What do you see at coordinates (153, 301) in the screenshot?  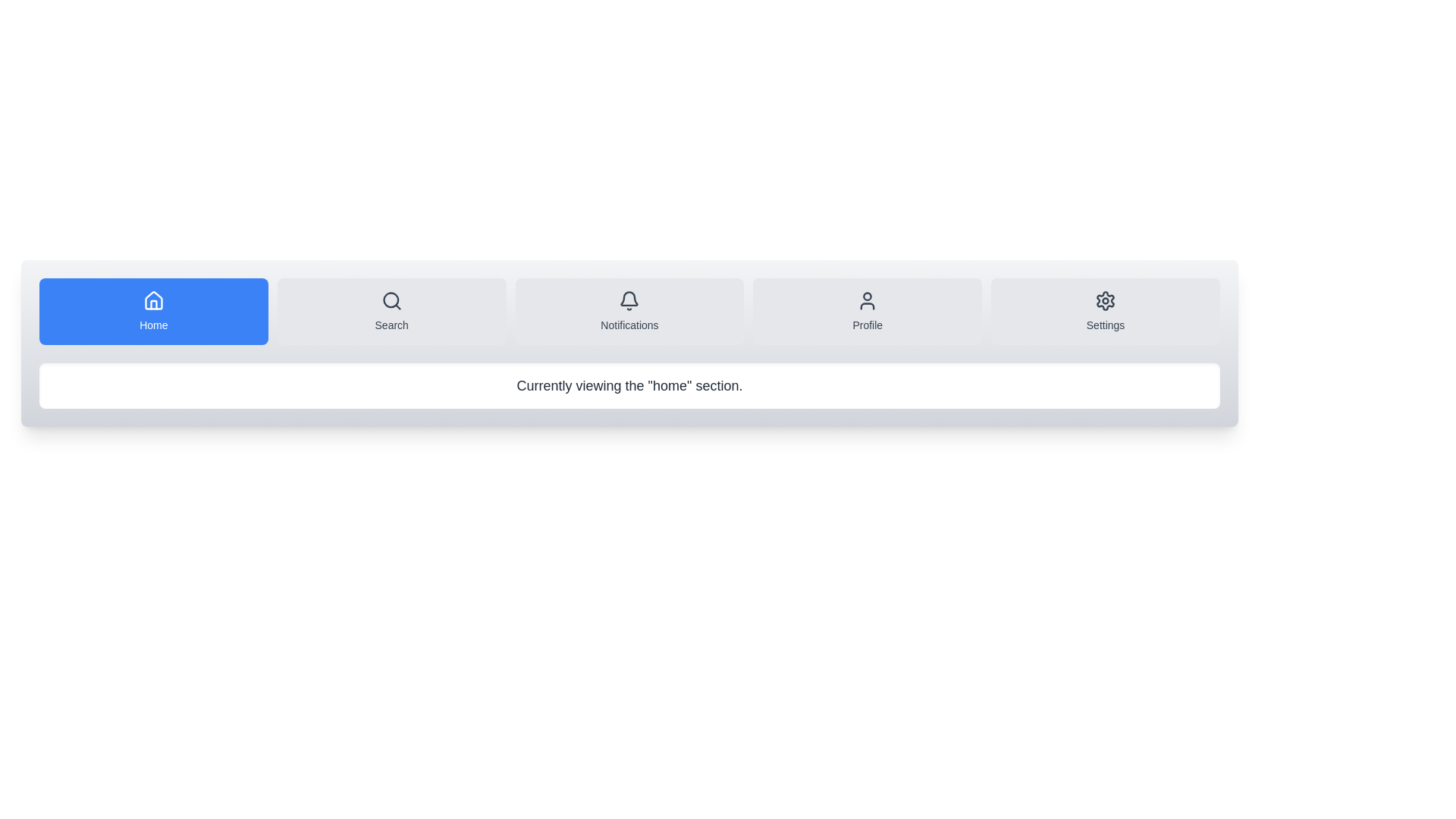 I see `the home button icon located in the top-left segment of the navigation bar, which is centered within the blue rectangular button labeled 'Home'` at bounding box center [153, 301].